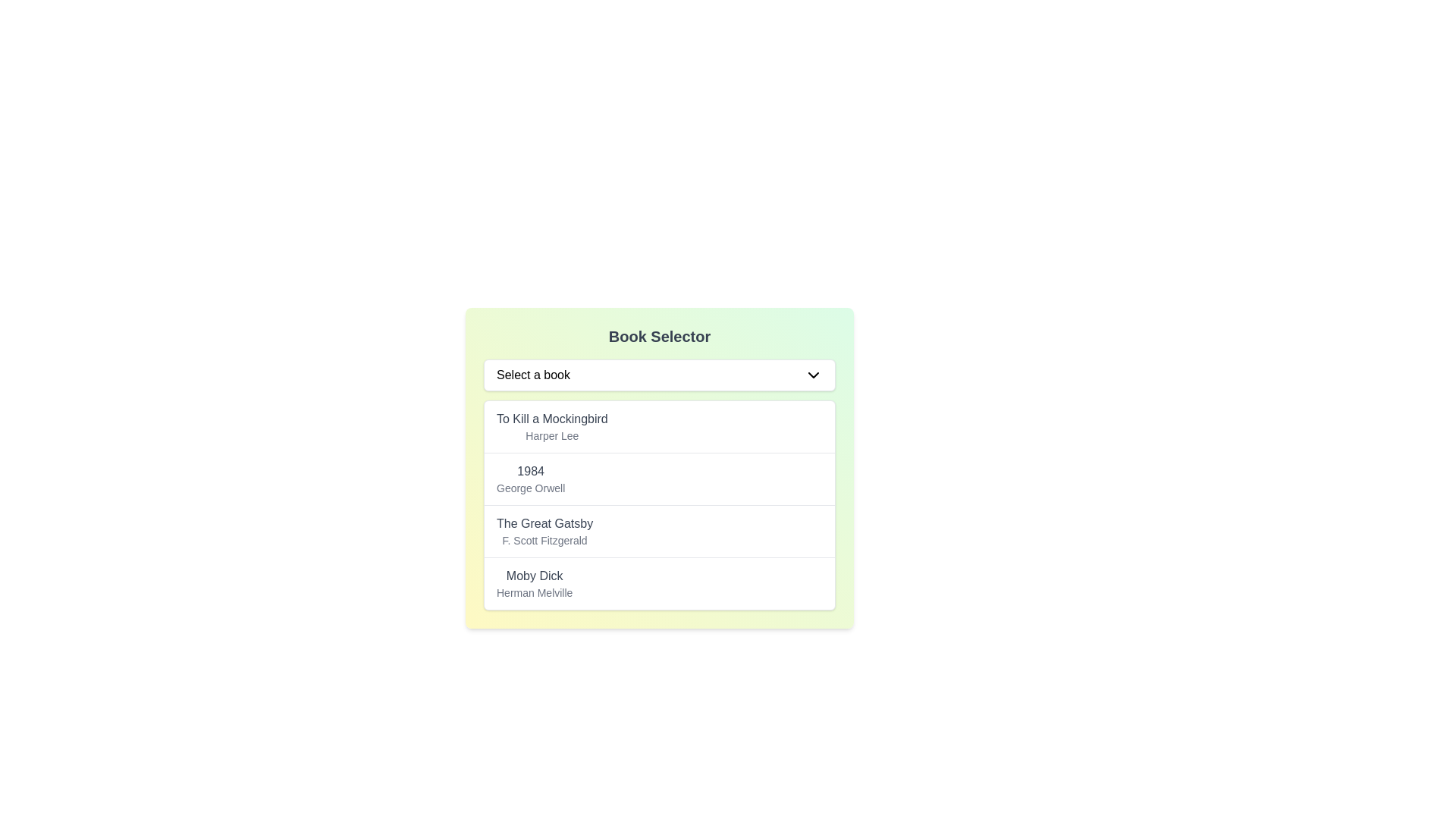  Describe the element at coordinates (535, 583) in the screenshot. I see `the list item displaying 'Moby Dick' by 'Herman Melville'` at that location.